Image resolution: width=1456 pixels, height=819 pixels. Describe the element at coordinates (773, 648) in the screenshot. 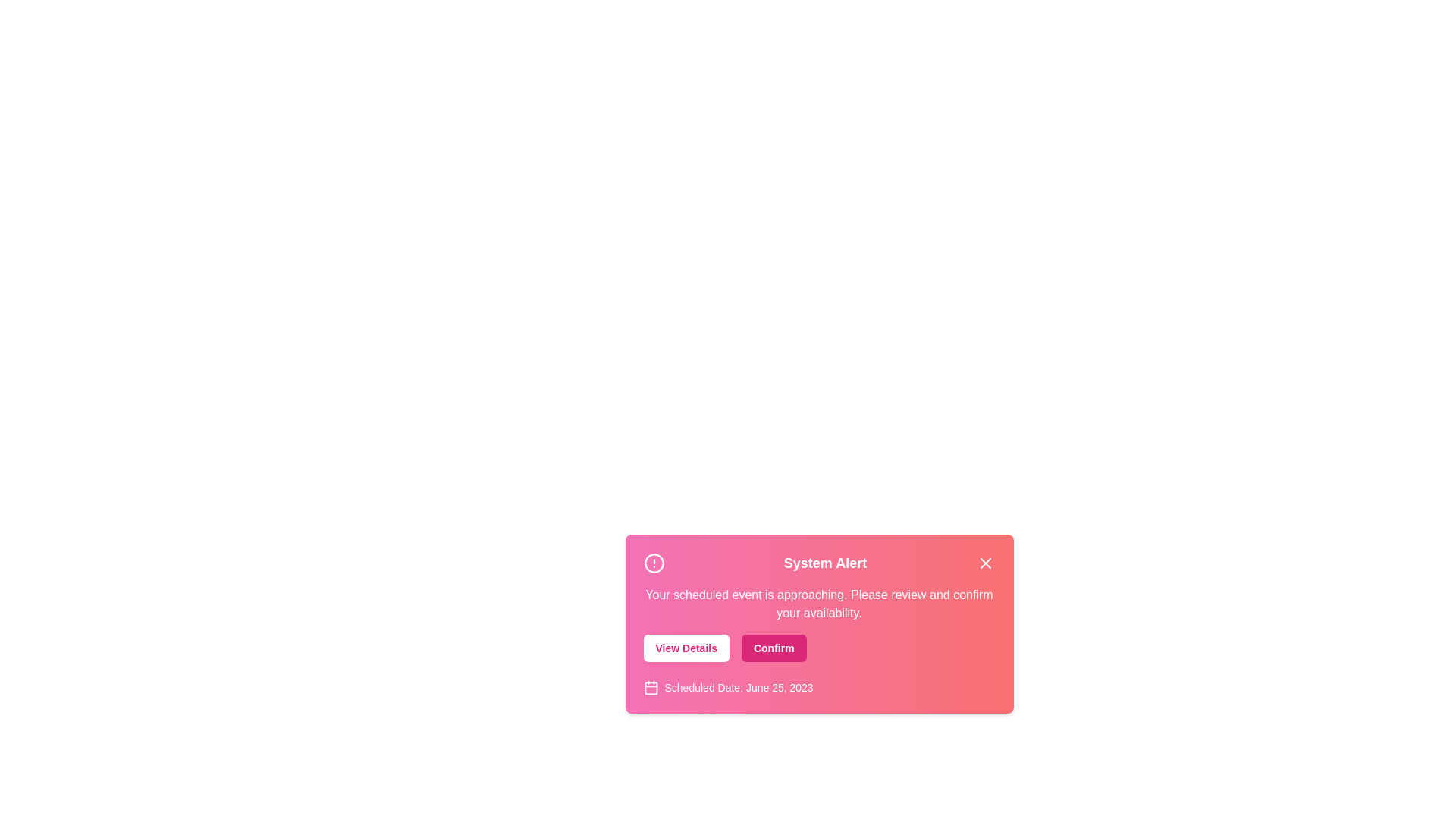

I see `the 'Confirm' button to confirm the alert` at that location.